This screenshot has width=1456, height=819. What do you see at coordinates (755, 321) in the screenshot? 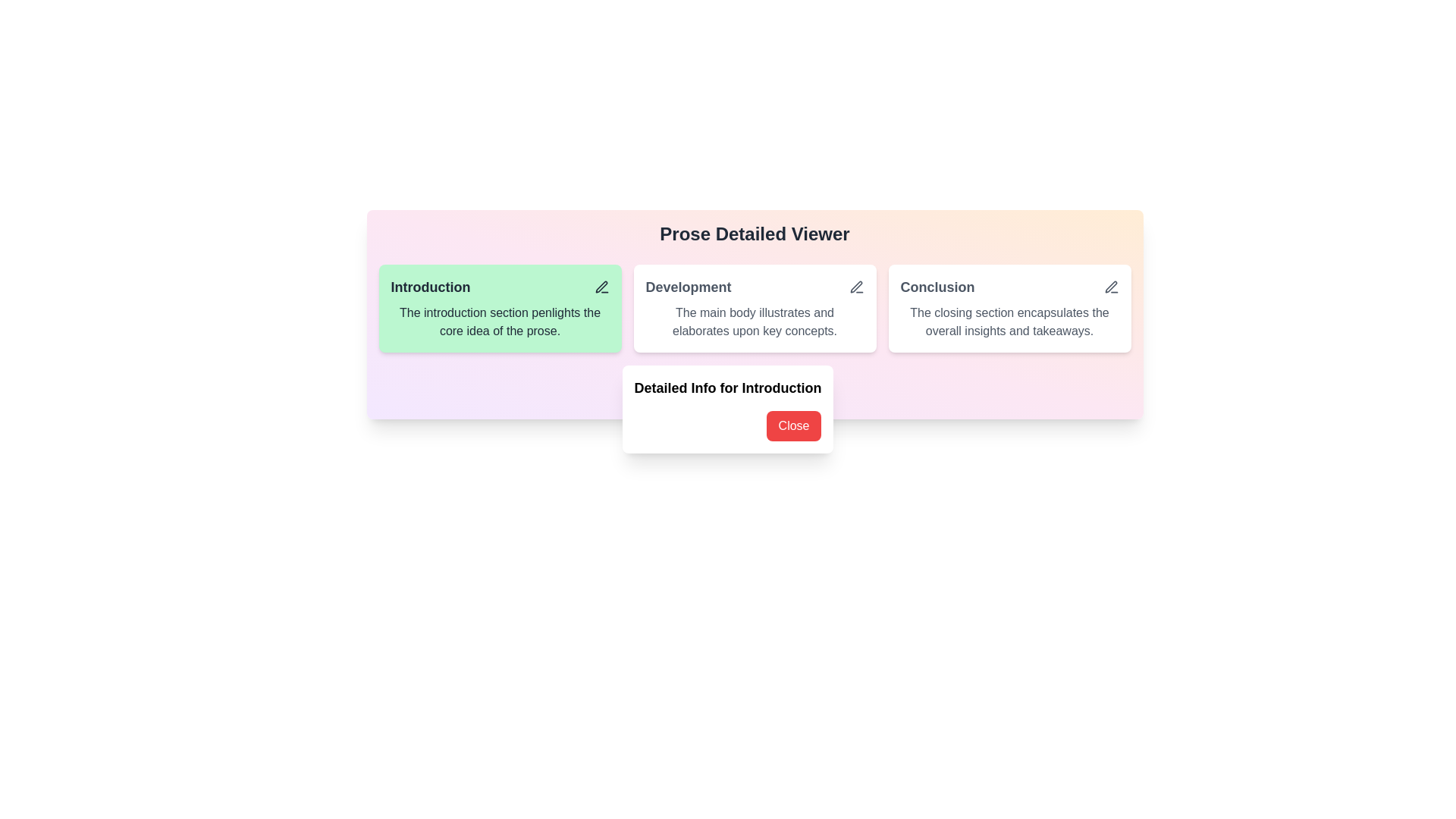
I see `informative text label located centrally within the 'Development' card, positioned below the title 'Development' and to the left of a pen icon` at bounding box center [755, 321].